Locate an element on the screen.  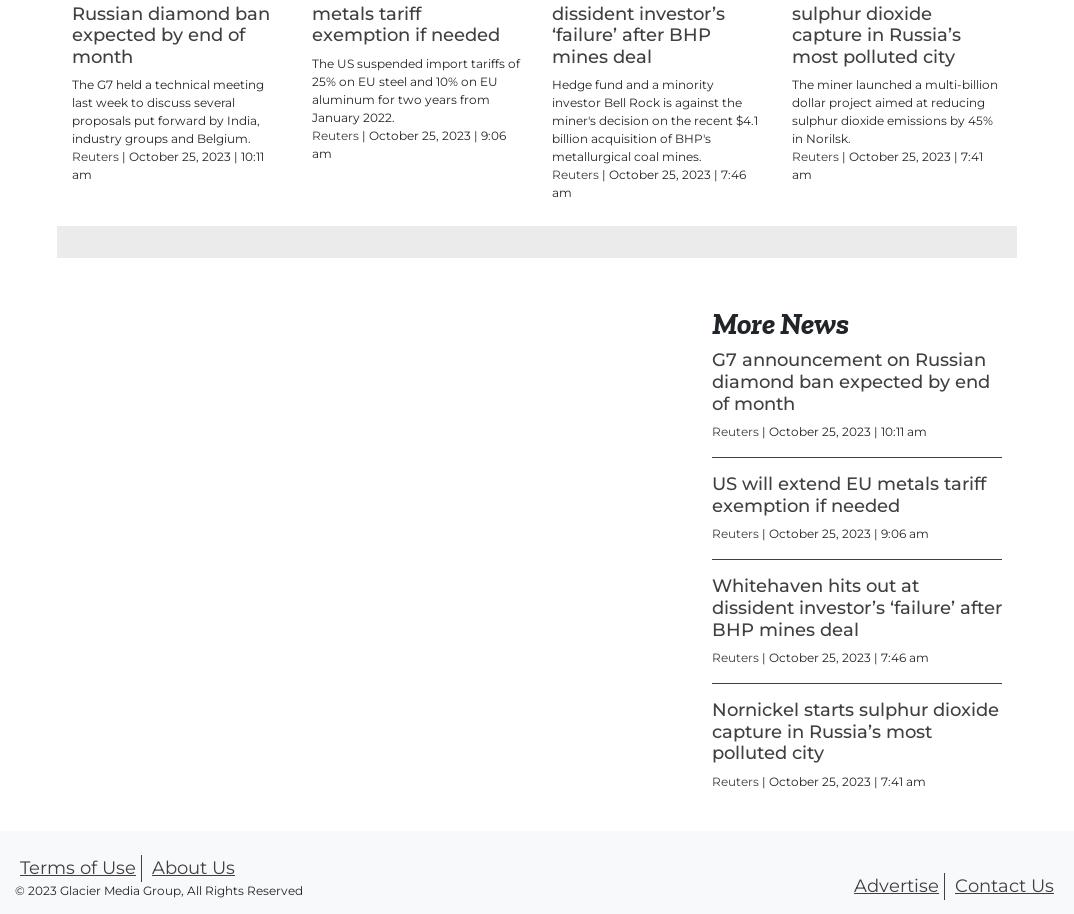
'© 2023 Glacier Media Group, All Rights Reserved' is located at coordinates (14, 889).